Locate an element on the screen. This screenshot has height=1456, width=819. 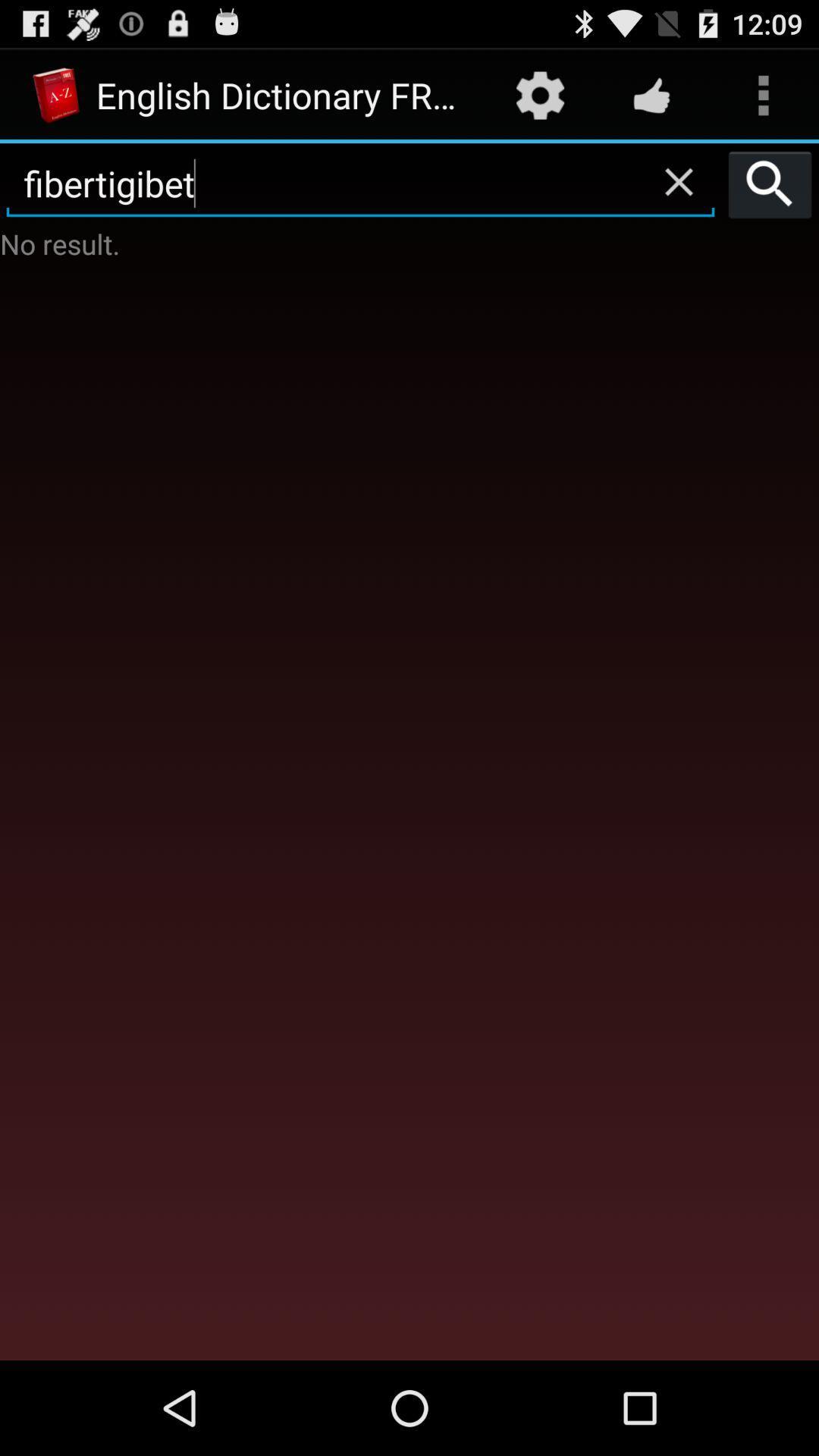
the search icon is located at coordinates (770, 196).